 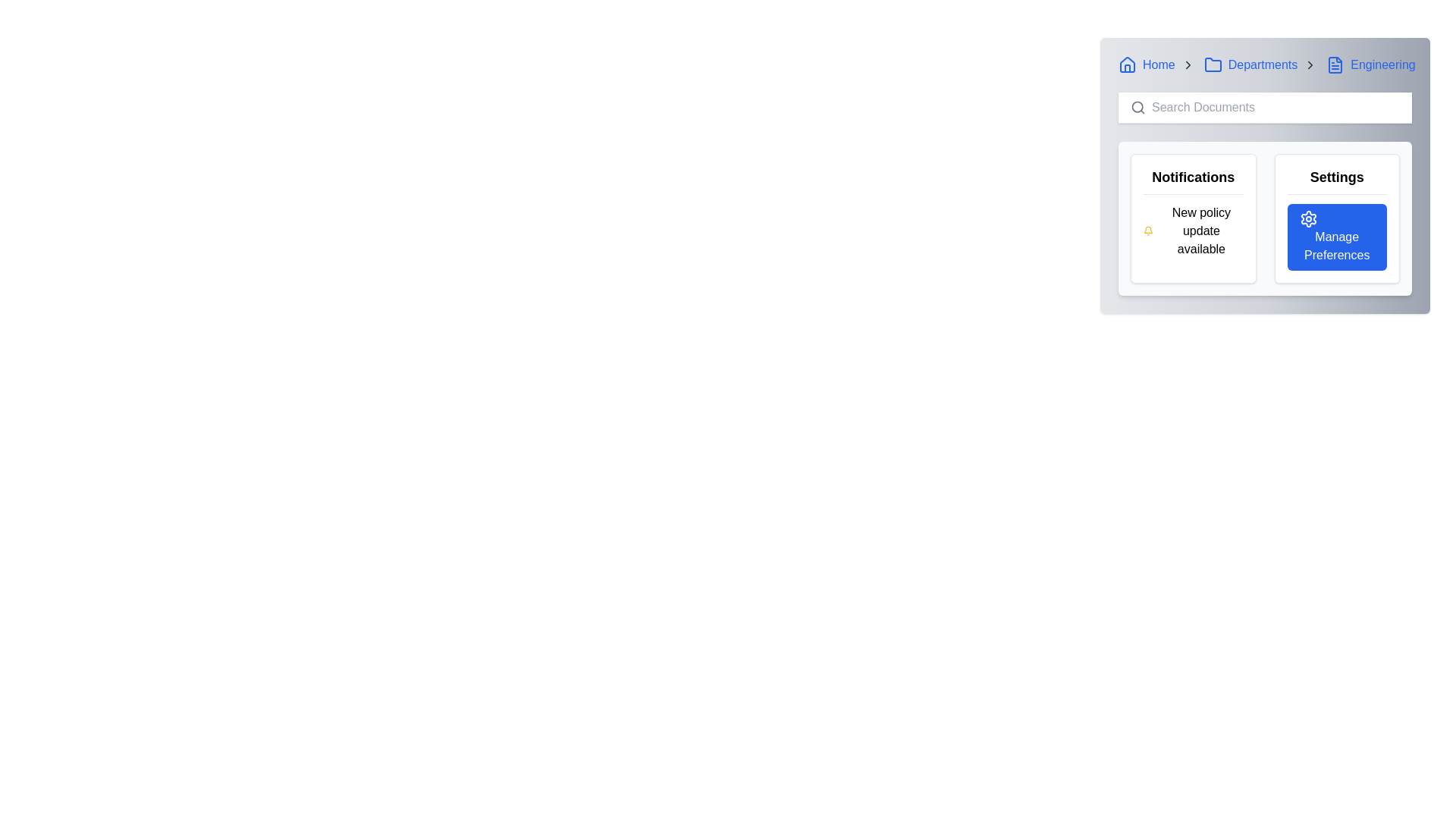 I want to click on the notifications icon, so click(x=1148, y=231).